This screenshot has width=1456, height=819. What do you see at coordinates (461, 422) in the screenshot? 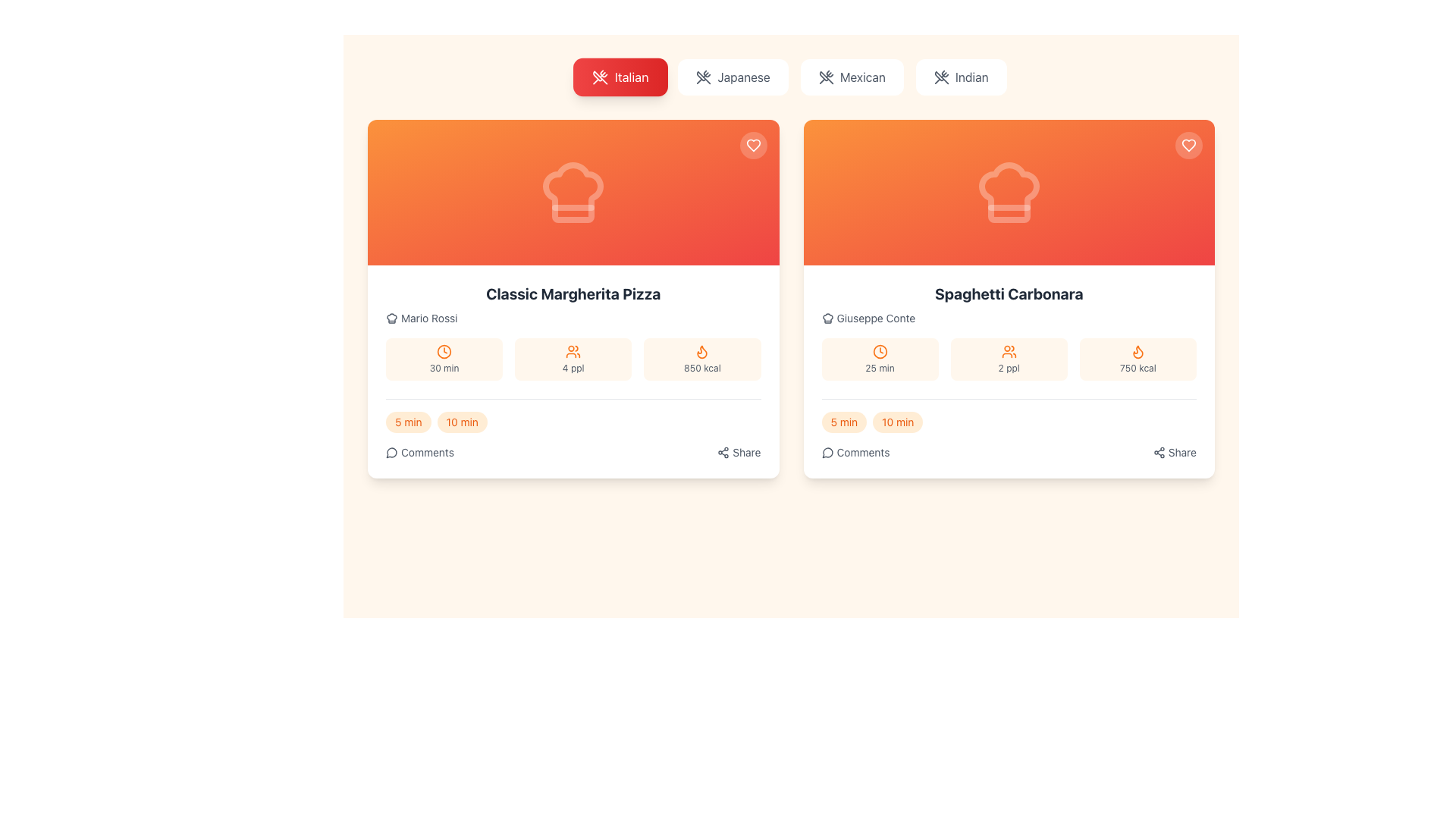
I see `the filter button next to the '5 min' badge at the bottom left corner of the 'Classic Margherita Pizza' card` at bounding box center [461, 422].